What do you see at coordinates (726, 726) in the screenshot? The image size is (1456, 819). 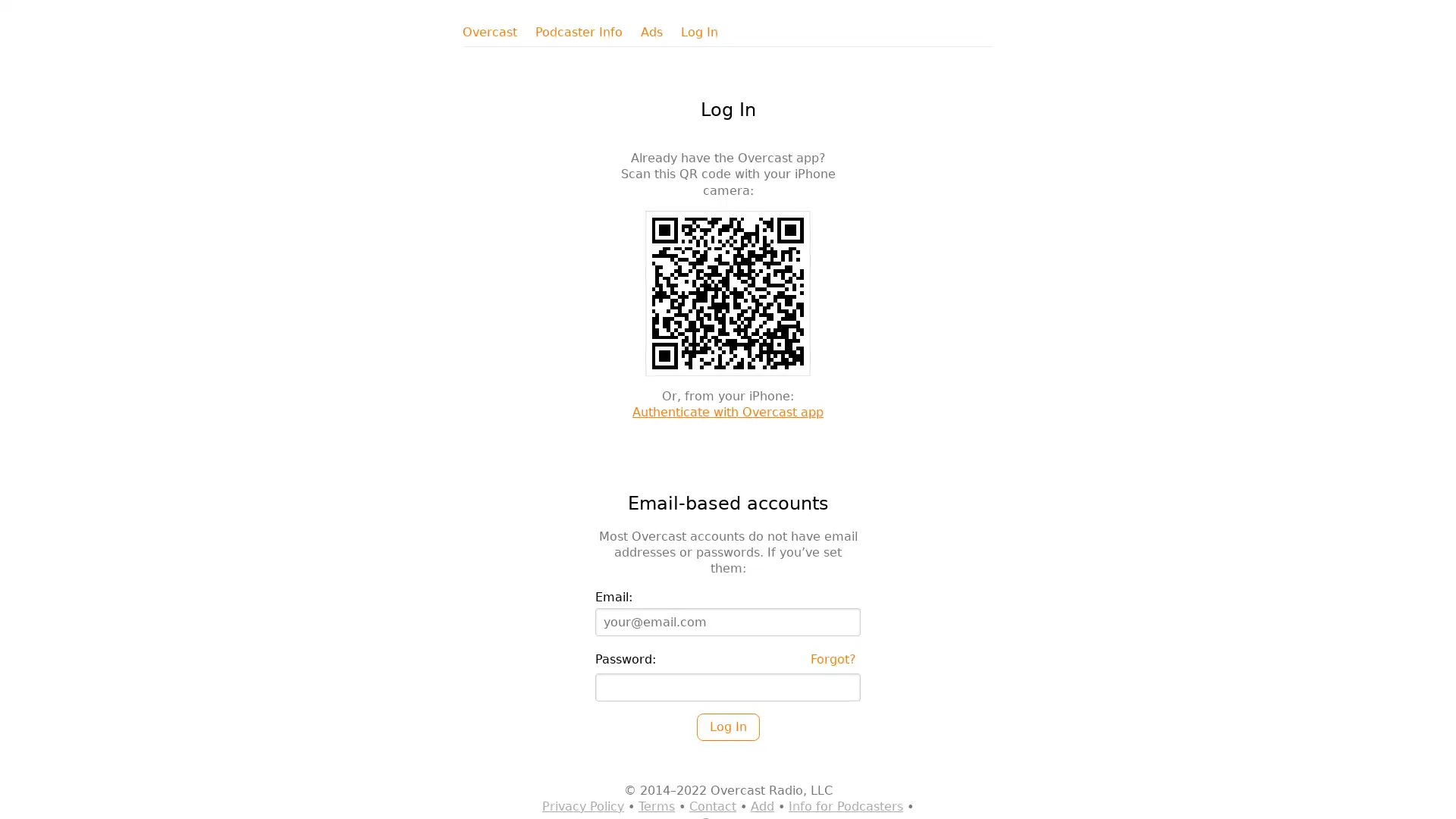 I see `Log In` at bounding box center [726, 726].